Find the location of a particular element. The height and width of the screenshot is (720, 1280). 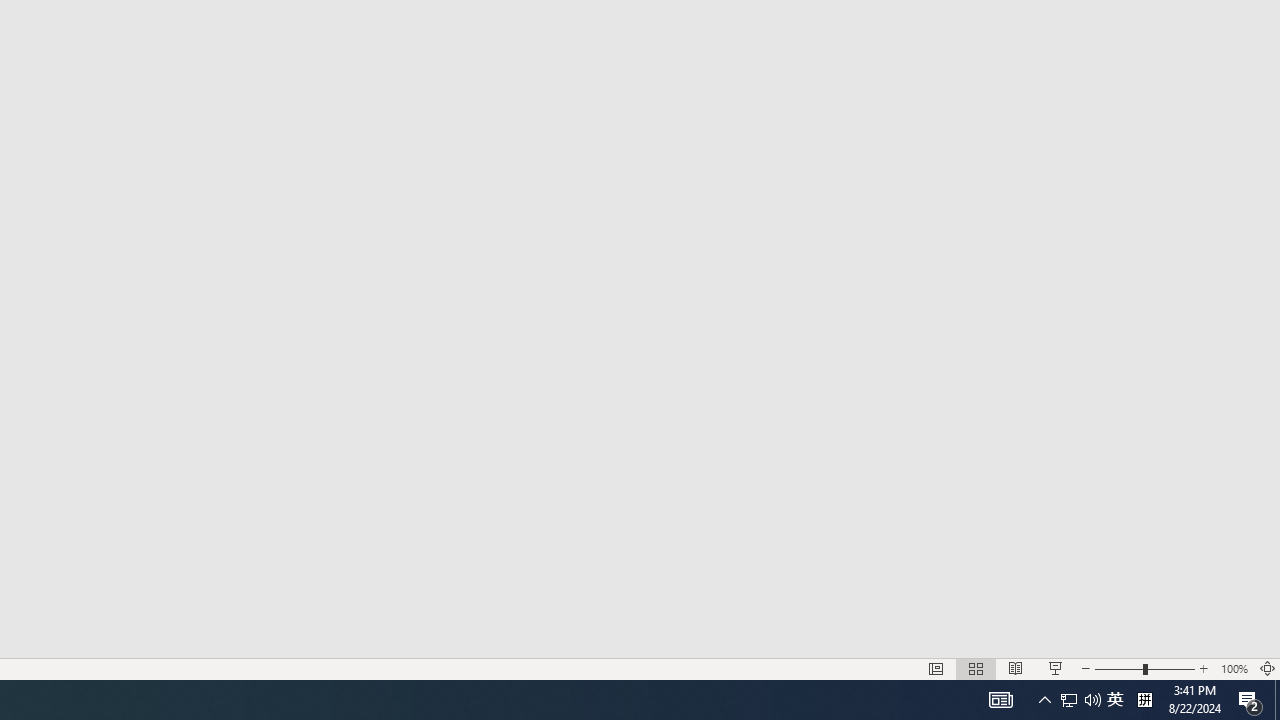

'Normal' is located at coordinates (935, 669).